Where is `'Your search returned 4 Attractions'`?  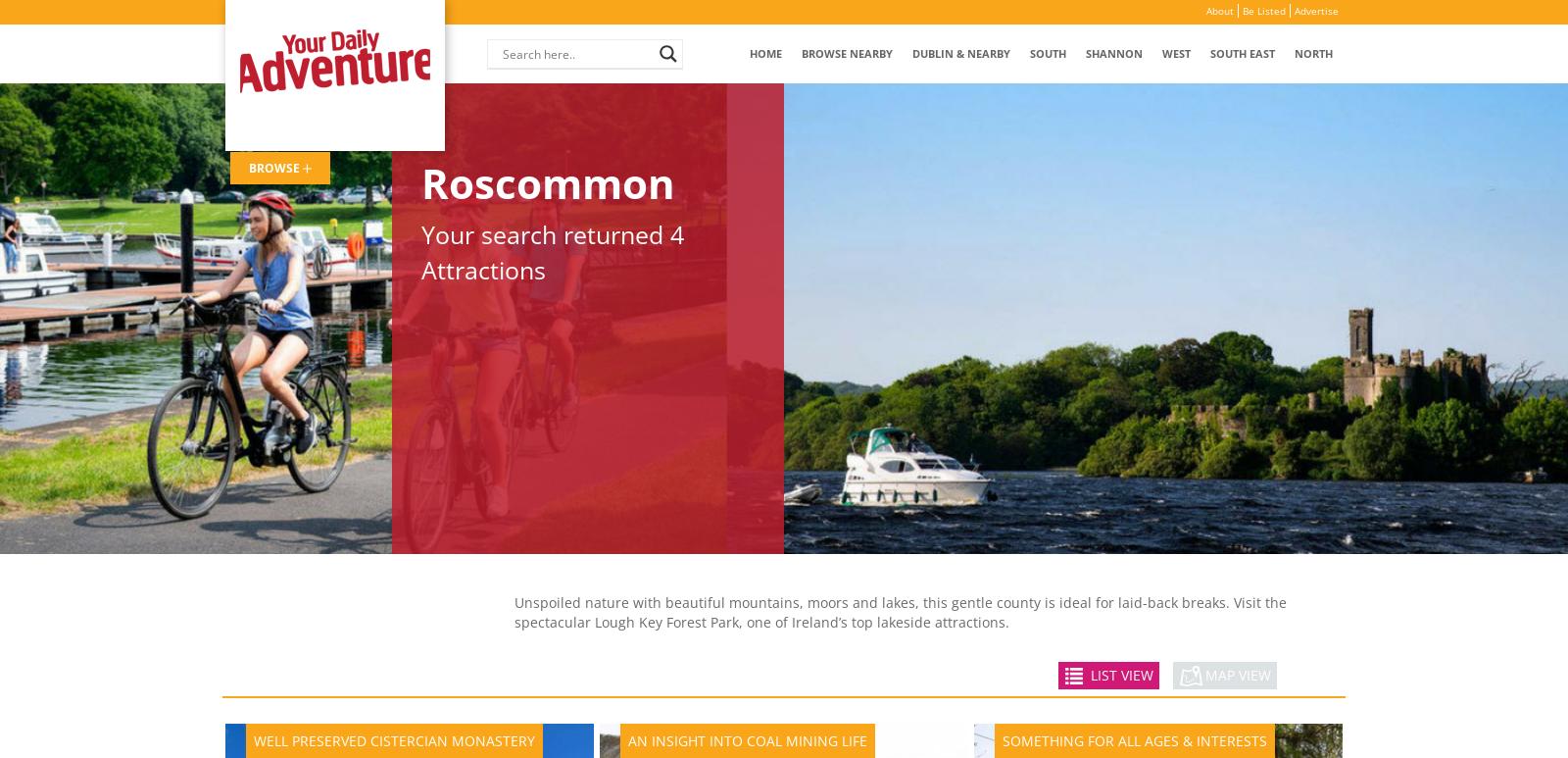 'Your search returned 4 Attractions' is located at coordinates (419, 250).